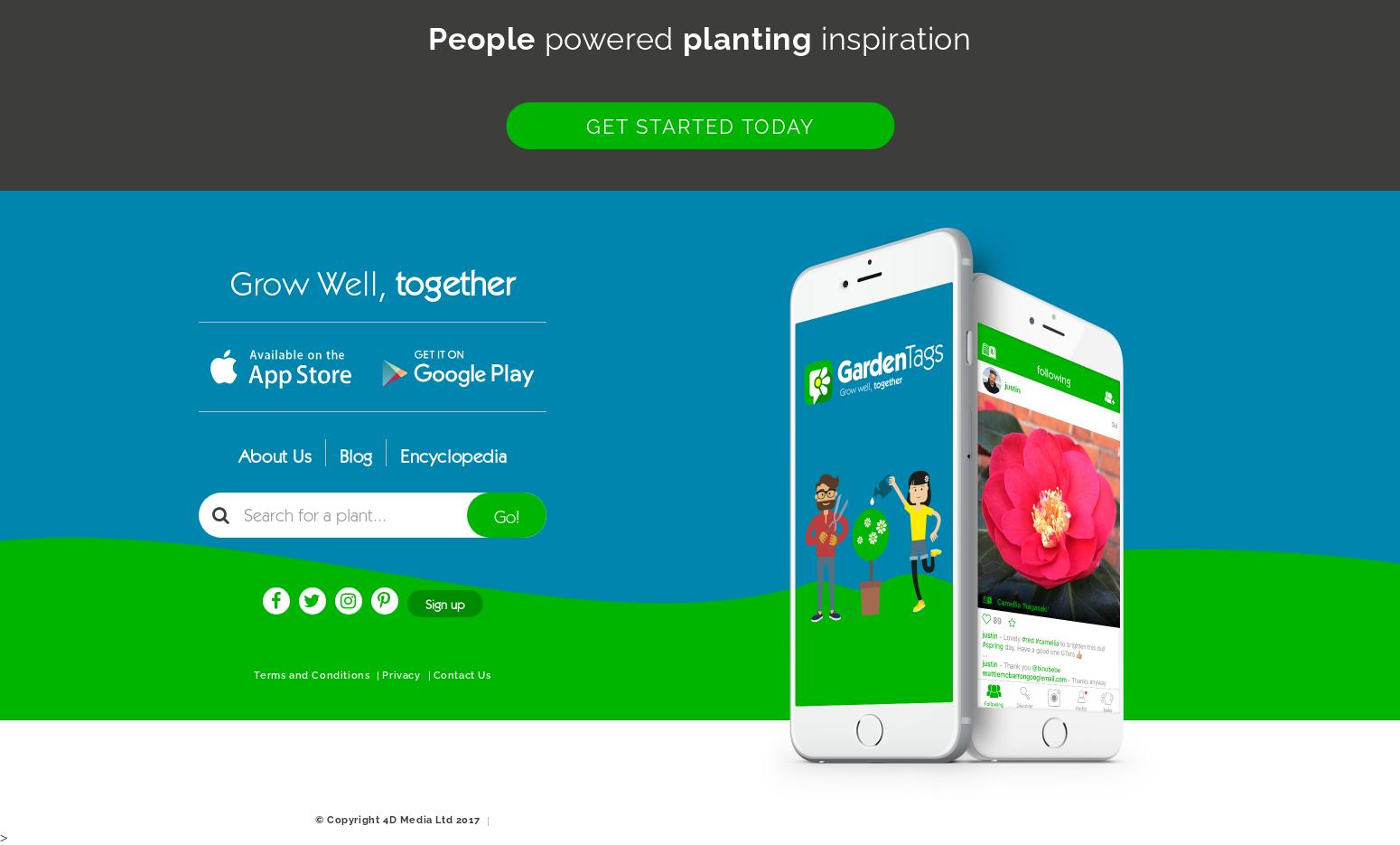 This screenshot has height=845, width=1400. Describe the element at coordinates (356, 455) in the screenshot. I see `'Blog'` at that location.